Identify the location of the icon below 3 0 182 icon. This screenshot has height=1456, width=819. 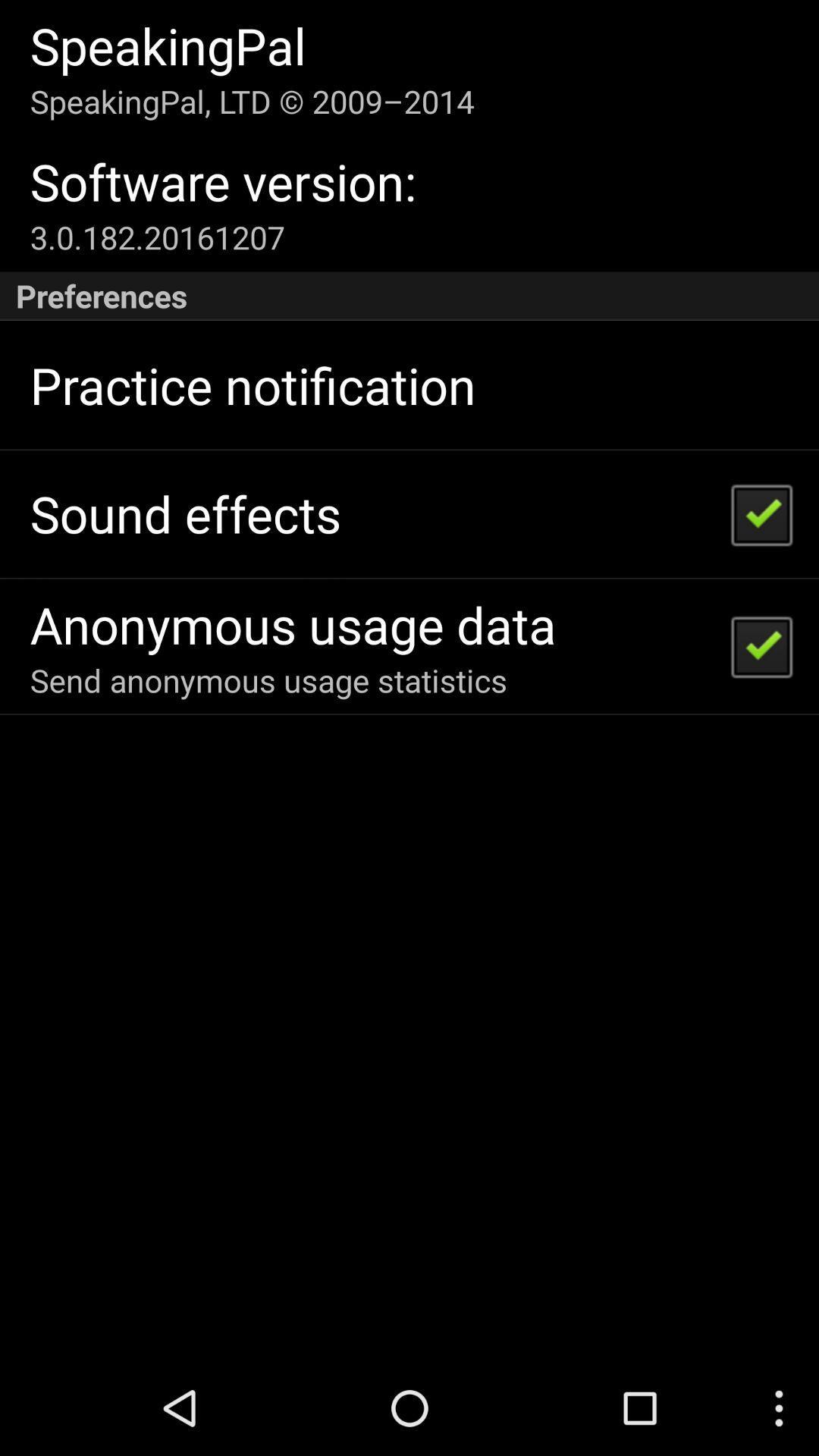
(409, 296).